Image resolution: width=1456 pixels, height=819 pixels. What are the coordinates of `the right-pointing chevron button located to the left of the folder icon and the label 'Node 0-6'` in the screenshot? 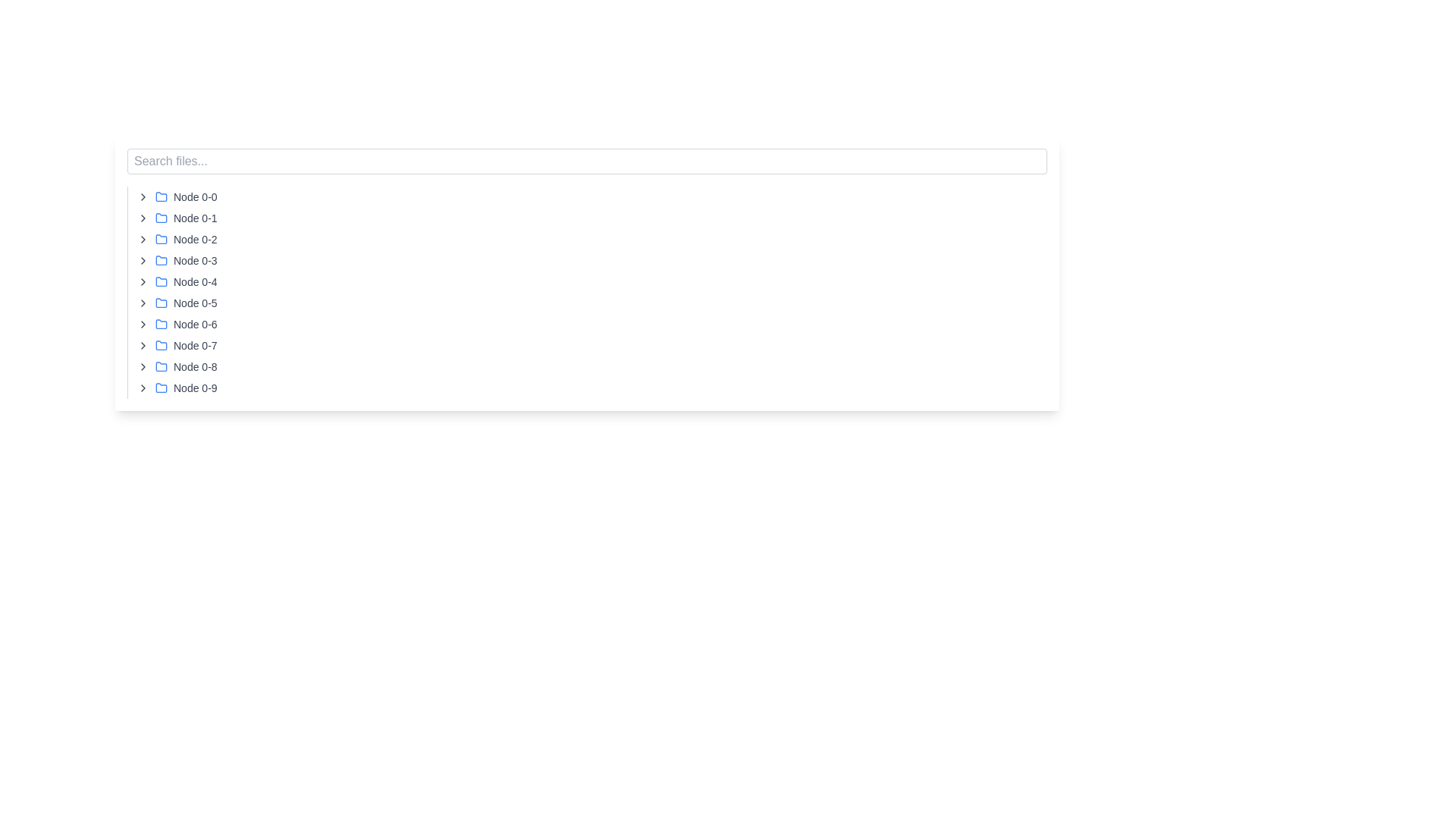 It's located at (143, 324).